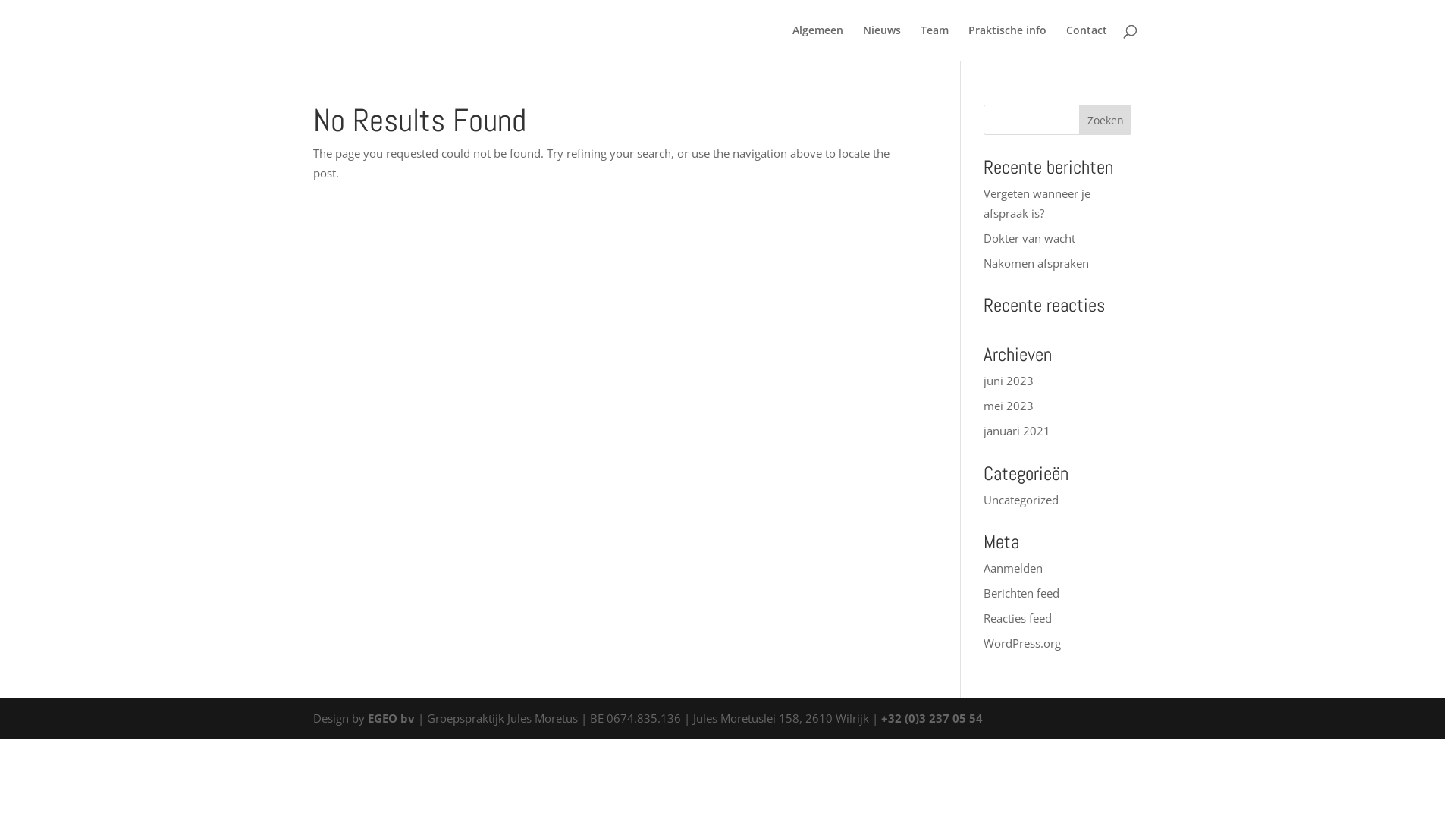 This screenshot has width=1456, height=819. I want to click on '+32 (0)3 237 05 54', so click(930, 717).